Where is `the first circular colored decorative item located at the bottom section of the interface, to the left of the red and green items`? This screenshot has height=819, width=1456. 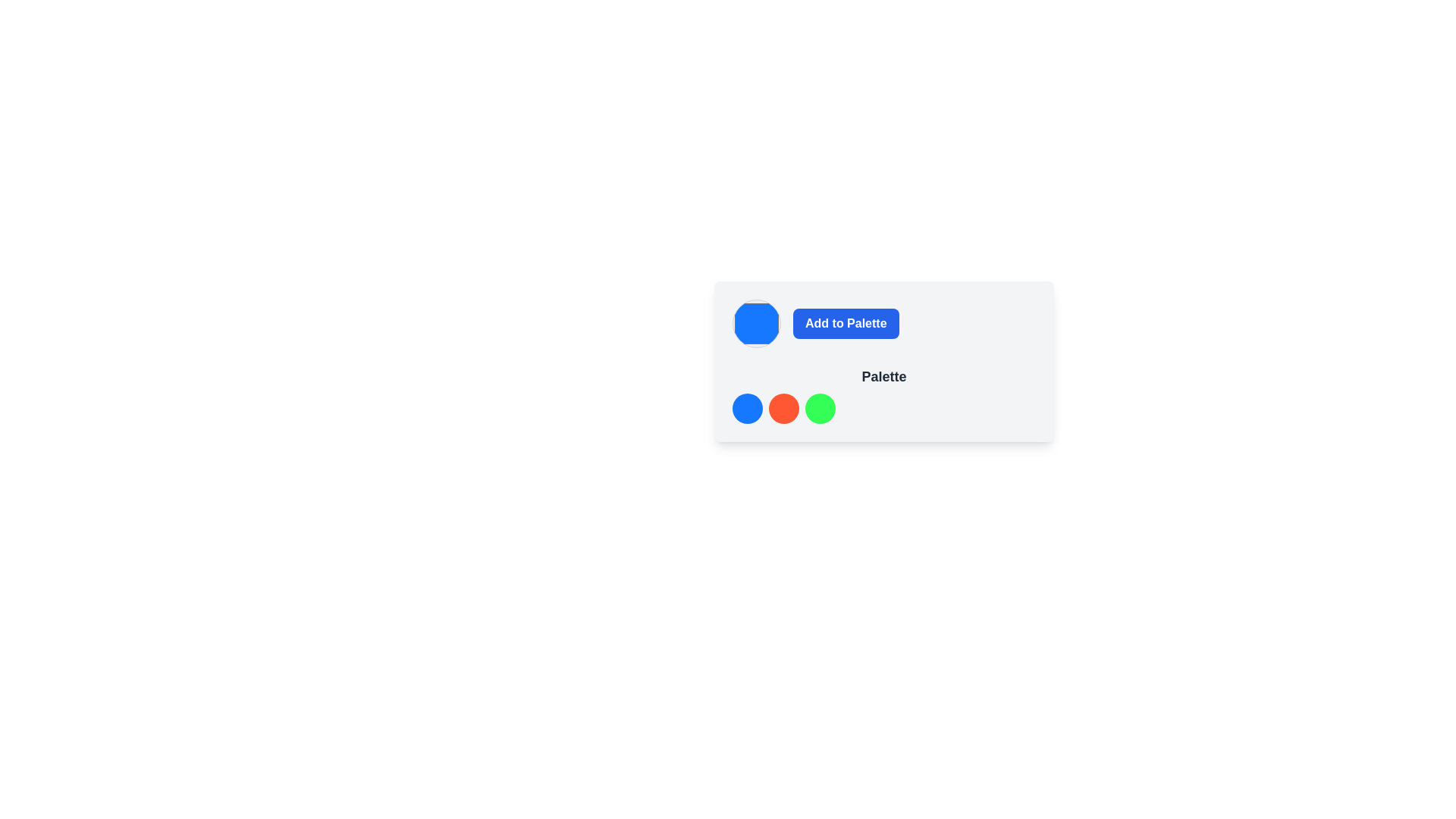
the first circular colored decorative item located at the bottom section of the interface, to the left of the red and green items is located at coordinates (747, 408).